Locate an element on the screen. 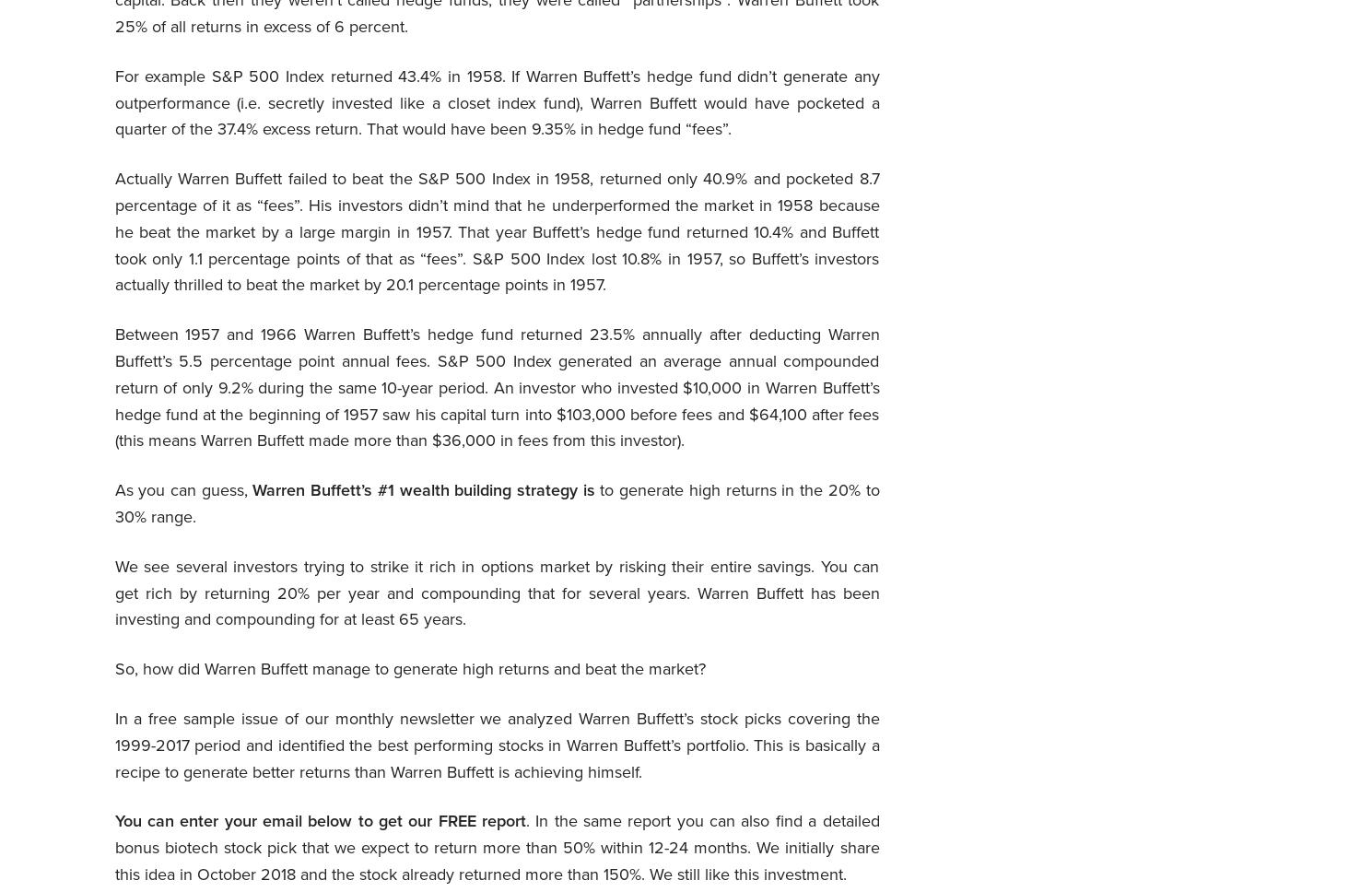  'We see several investors trying to strike it rich in options market by risking their entire savings. You can get rich by returning 20% per year and compounding that for several years. Warren Buffett has been investing and compounding for at least 65 years.' is located at coordinates (497, 592).